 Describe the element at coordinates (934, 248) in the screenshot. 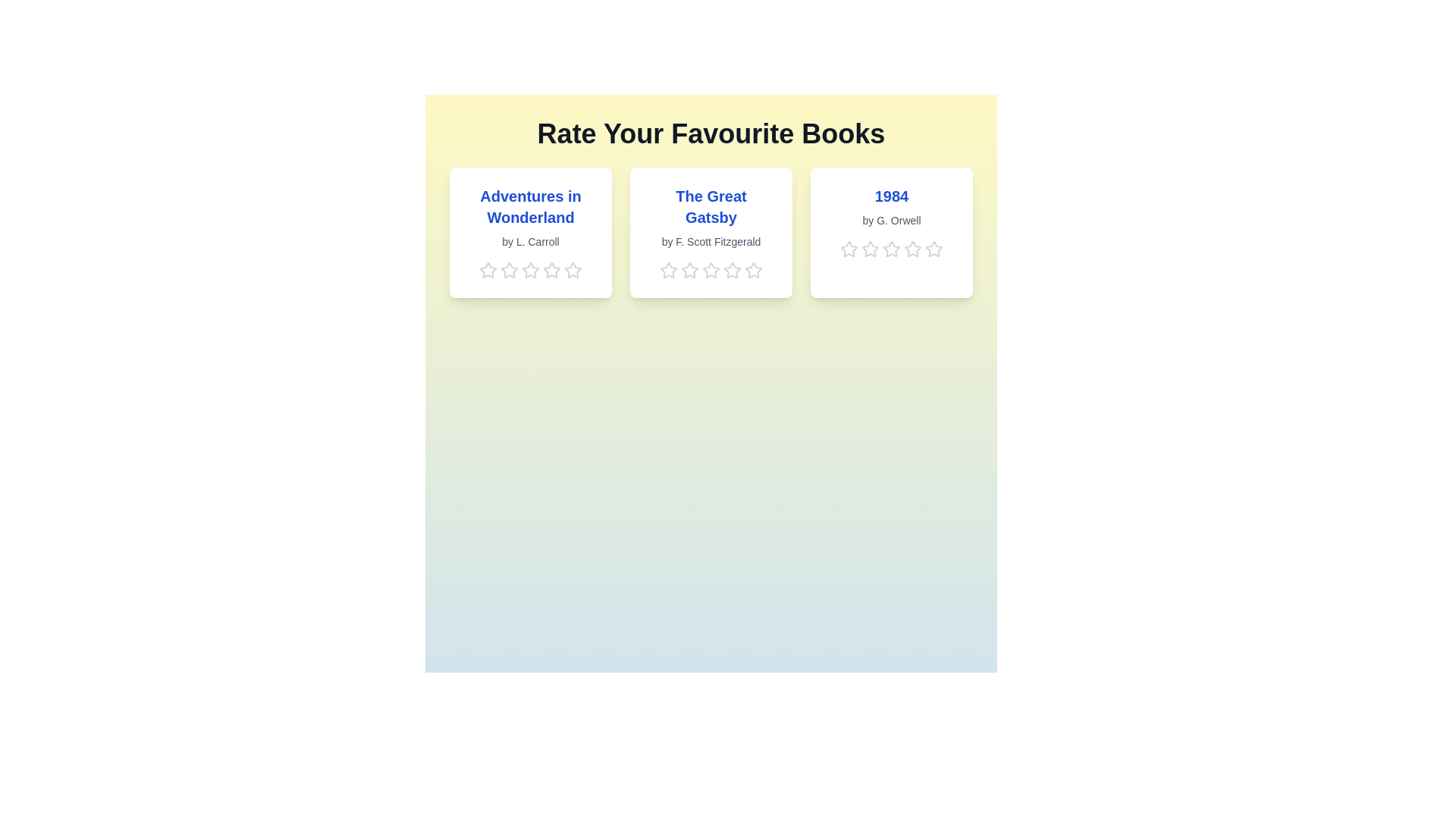

I see `the 5 star for the book titled '1984'` at that location.